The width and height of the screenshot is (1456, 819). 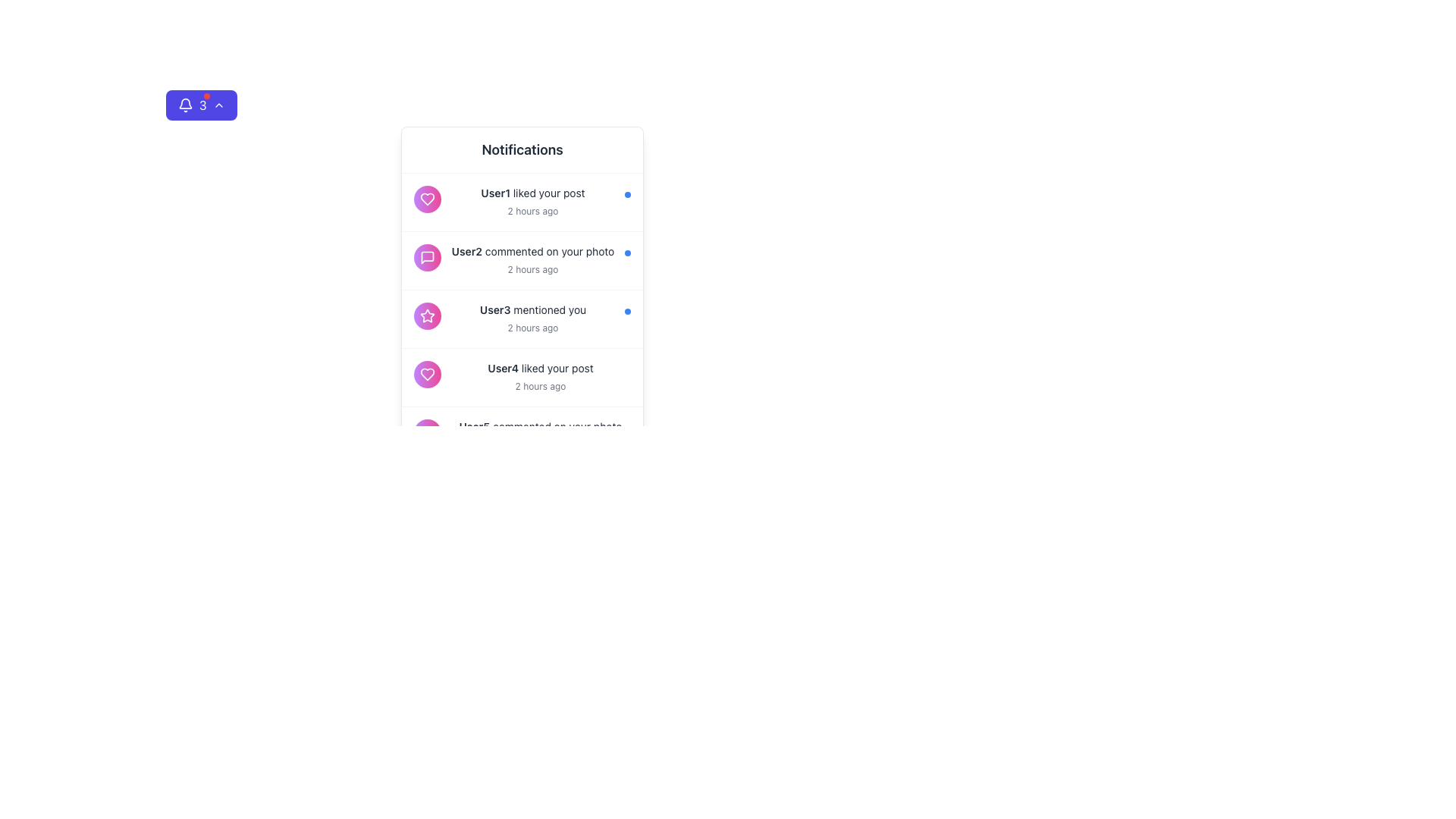 What do you see at coordinates (541, 369) in the screenshot?
I see `the text notification stating 'User4 liked your post'` at bounding box center [541, 369].